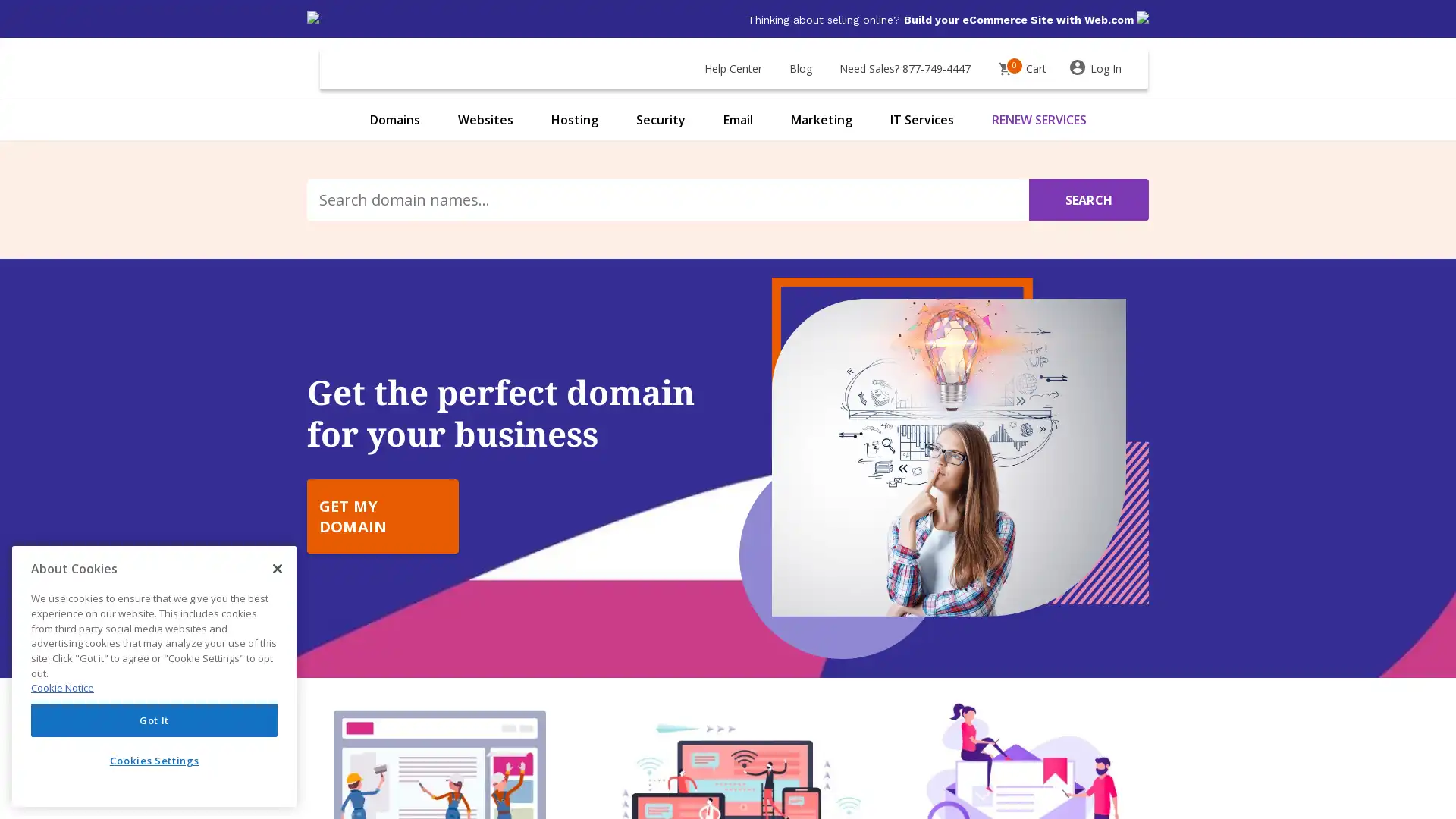 The image size is (1456, 819). Describe the element at coordinates (277, 568) in the screenshot. I see `Close` at that location.